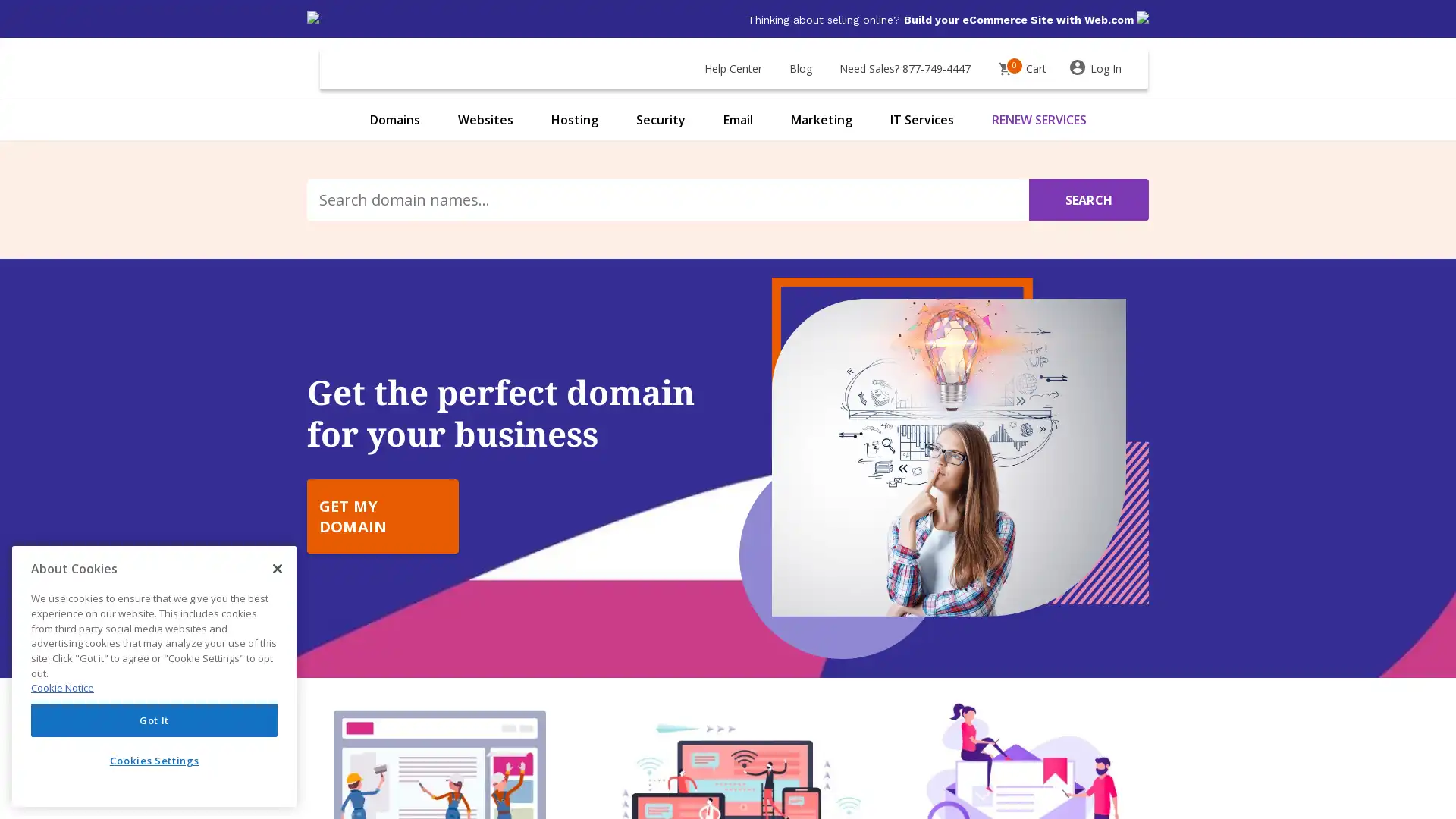 The image size is (1456, 819). Describe the element at coordinates (277, 568) in the screenshot. I see `Close` at that location.